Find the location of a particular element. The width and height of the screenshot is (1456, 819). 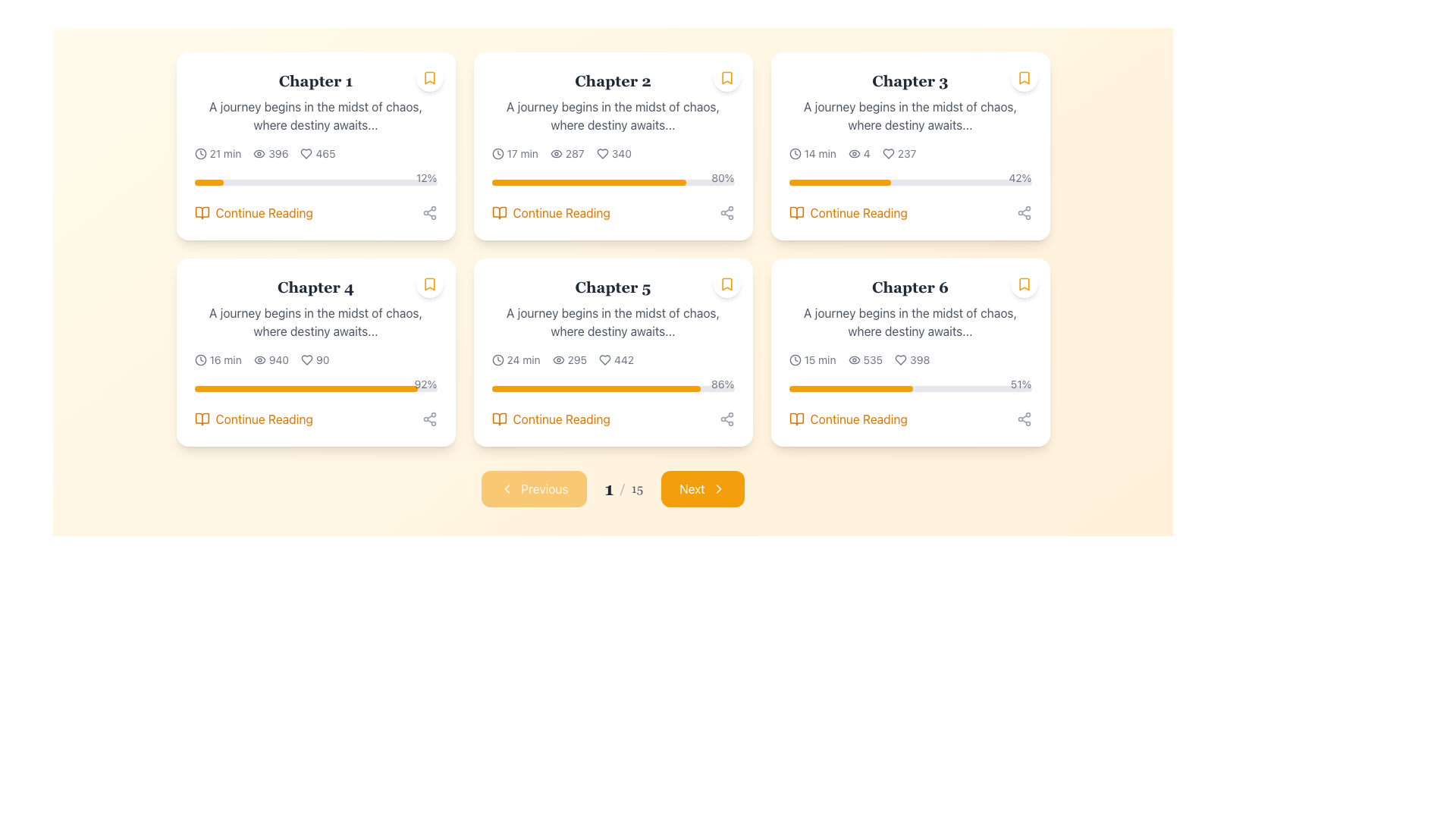

the amber-orange filled segment of the progress bar located at the bottom of the 'Chapter 5' card is located at coordinates (595, 388).